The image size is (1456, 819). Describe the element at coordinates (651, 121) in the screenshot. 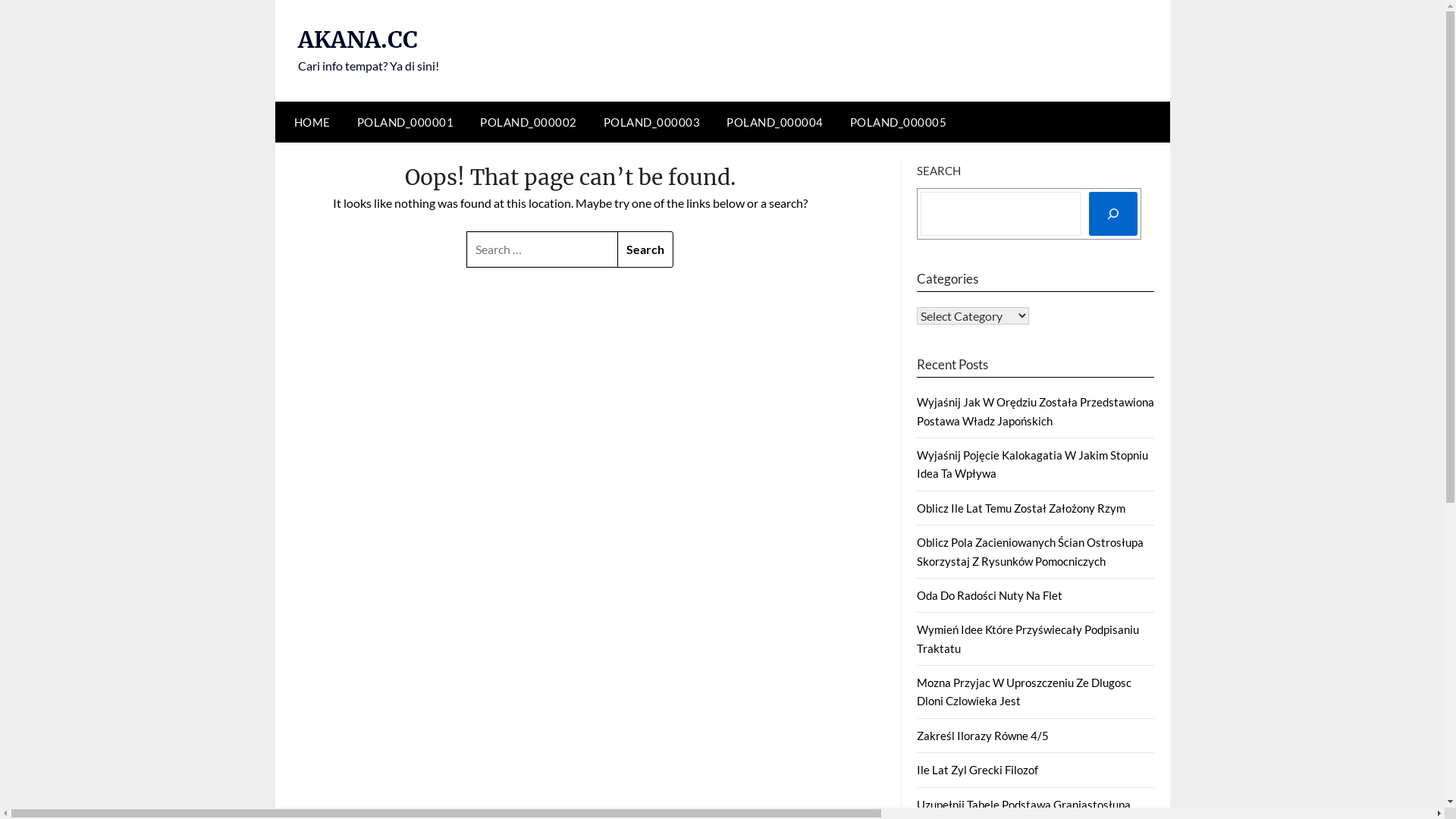

I see `'POLAND_000003'` at that location.